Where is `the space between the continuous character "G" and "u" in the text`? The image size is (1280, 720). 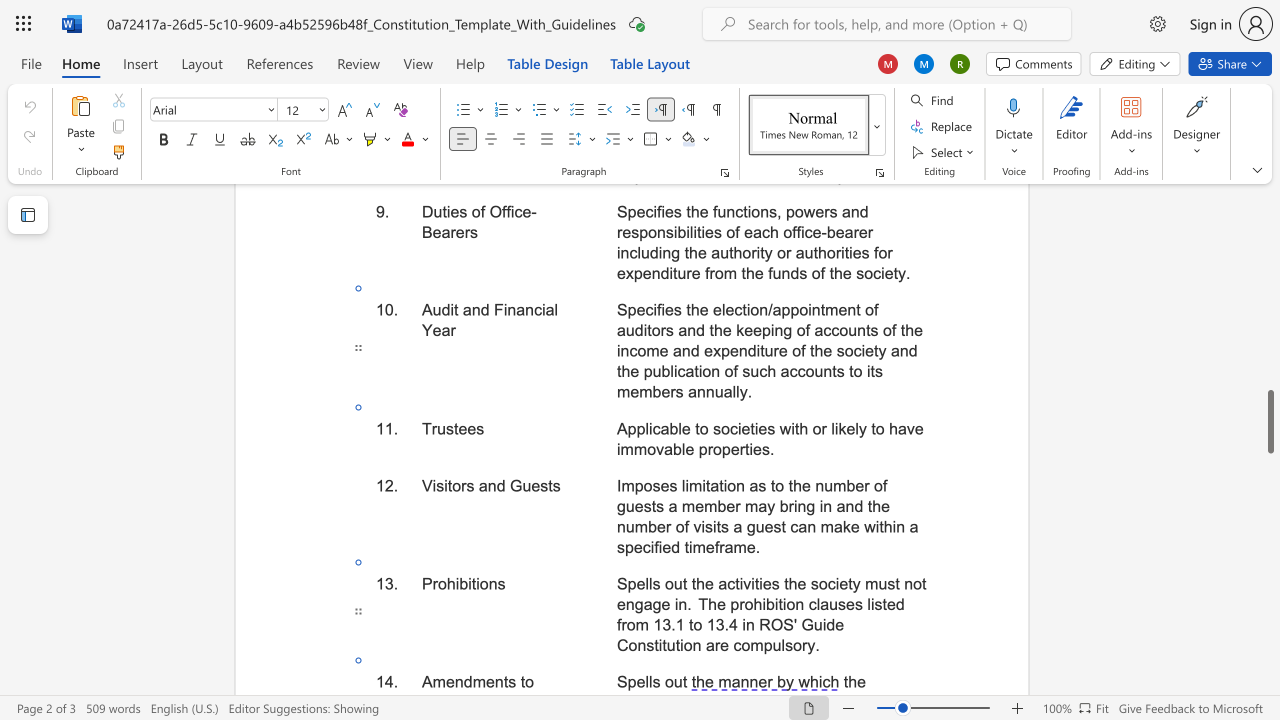
the space between the continuous character "G" and "u" in the text is located at coordinates (521, 486).